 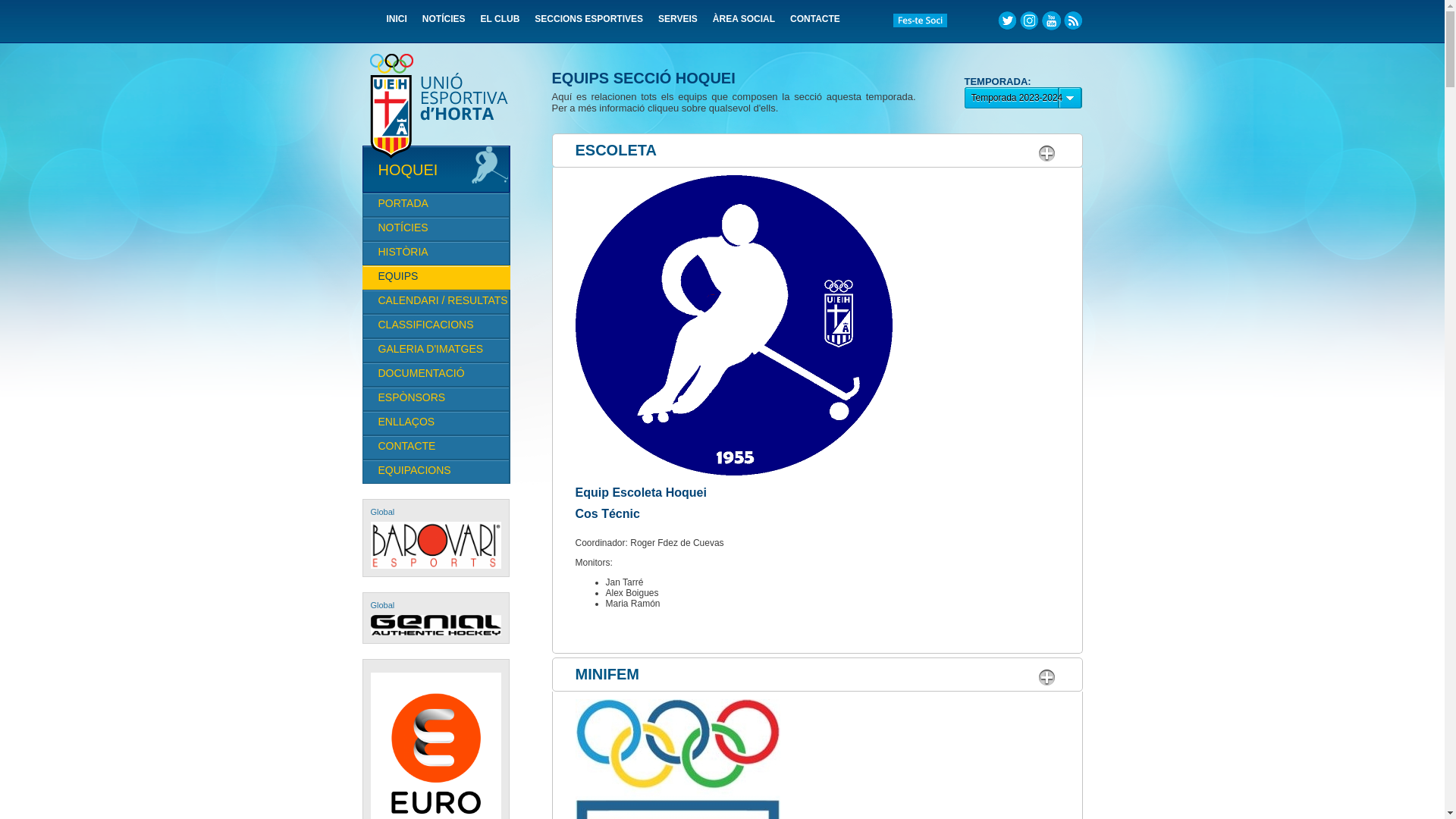 What do you see at coordinates (676, 24) in the screenshot?
I see `'SERVEIS'` at bounding box center [676, 24].